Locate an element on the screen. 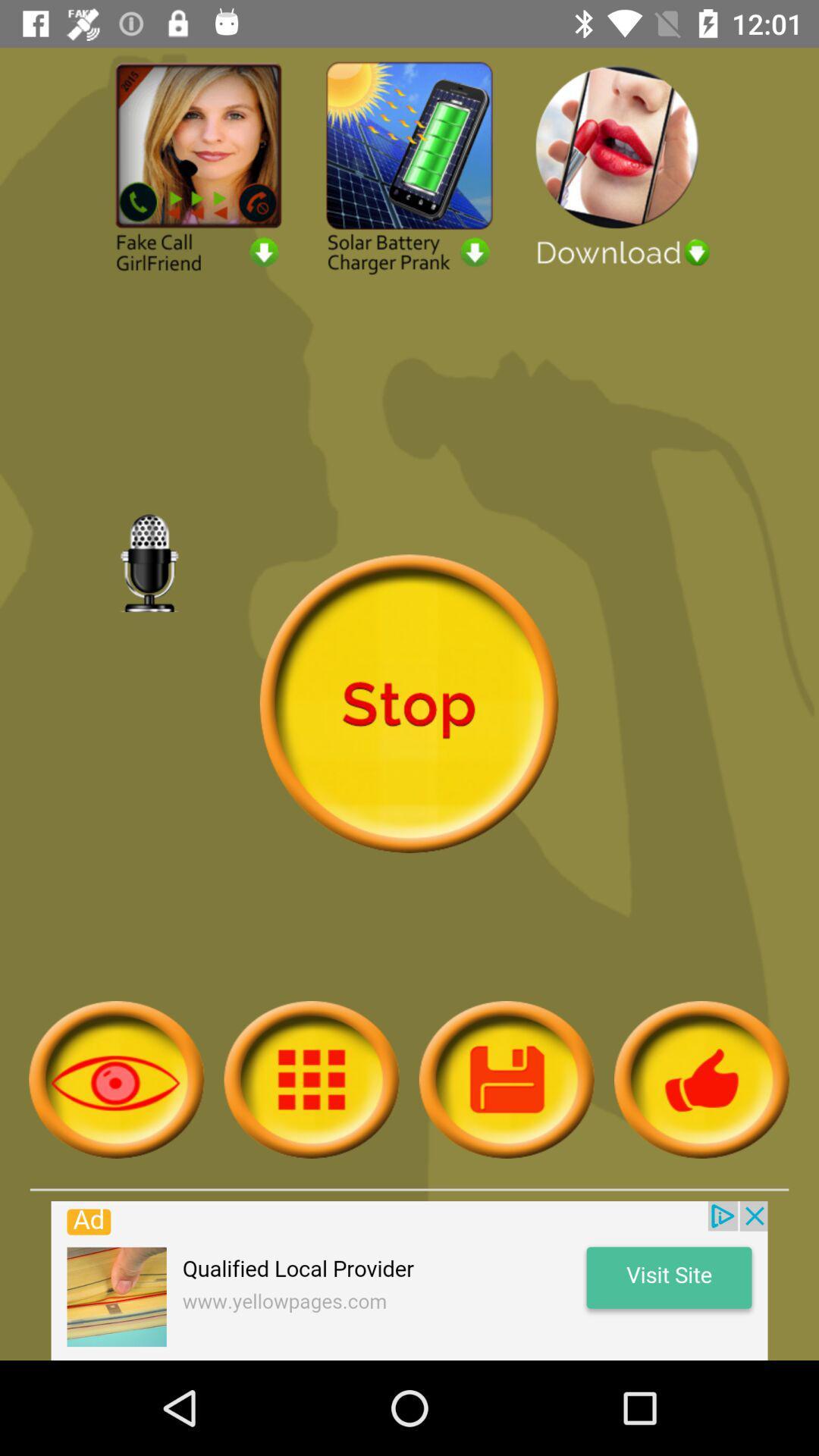 This screenshot has height=1456, width=819. advertisement site is located at coordinates (409, 1280).